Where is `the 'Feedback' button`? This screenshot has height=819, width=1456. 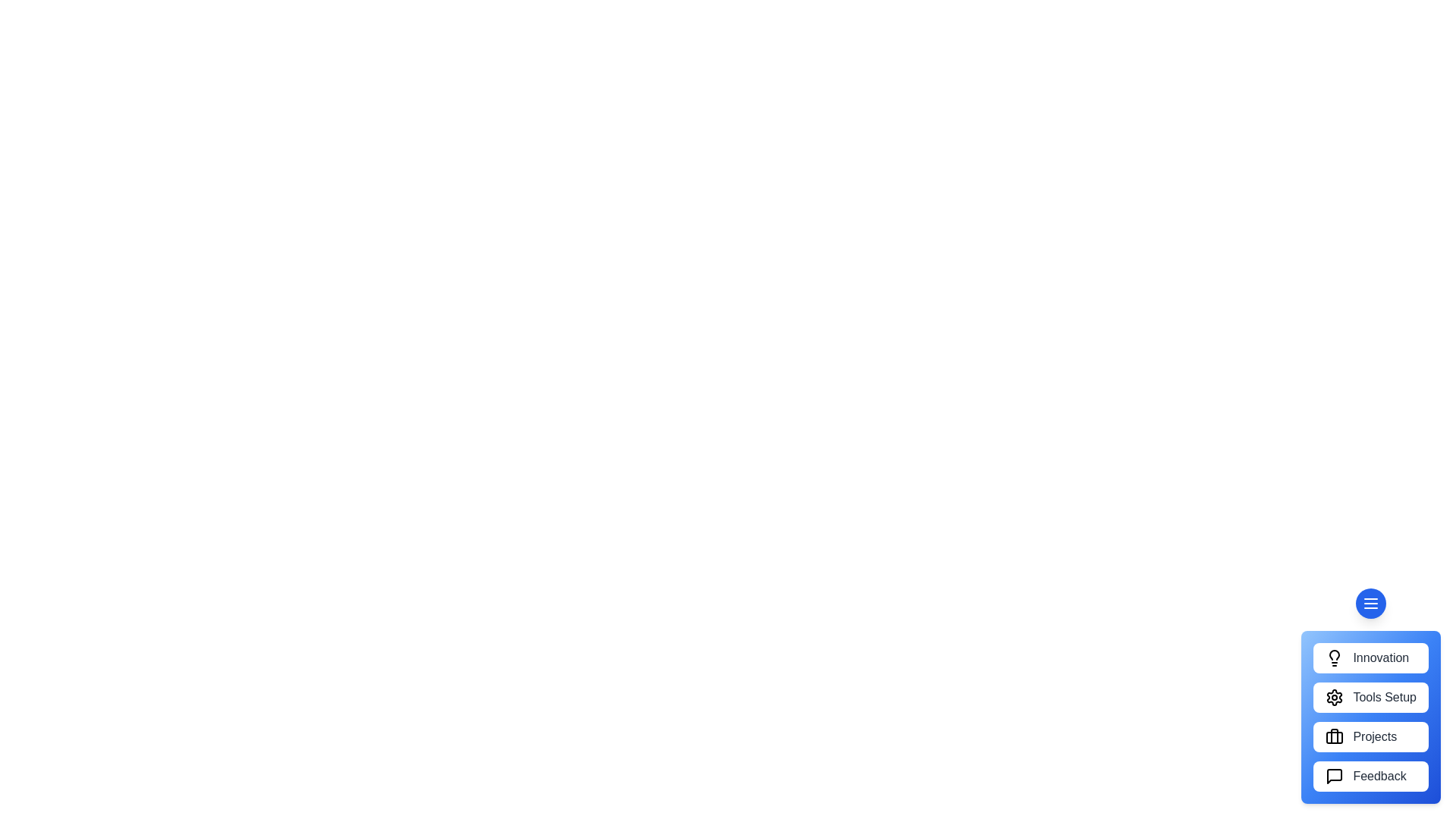
the 'Feedback' button is located at coordinates (1371, 776).